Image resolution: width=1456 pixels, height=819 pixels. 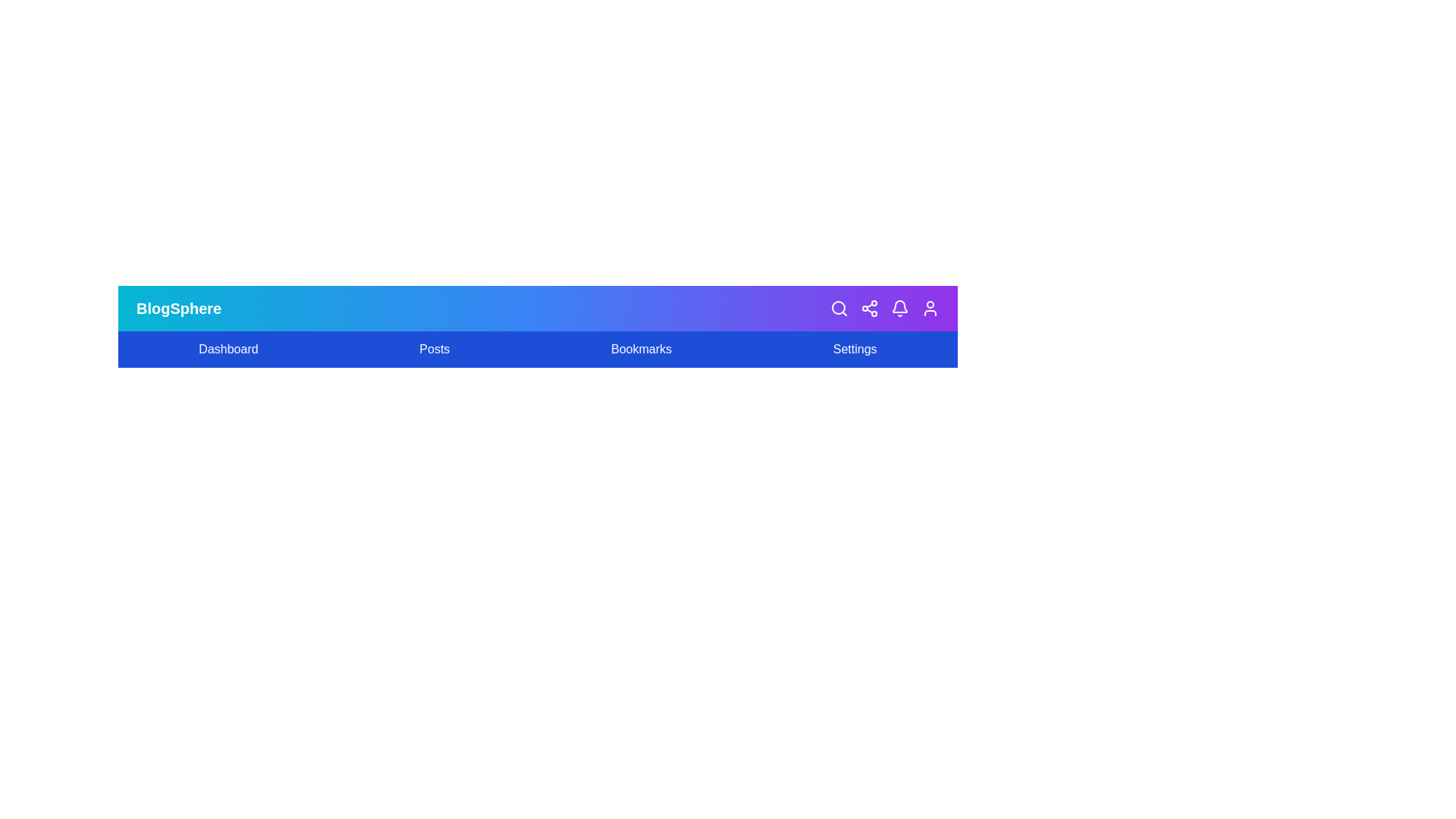 I want to click on the 'Dashboard' menu item to navigate to the dashboard, so click(x=227, y=350).